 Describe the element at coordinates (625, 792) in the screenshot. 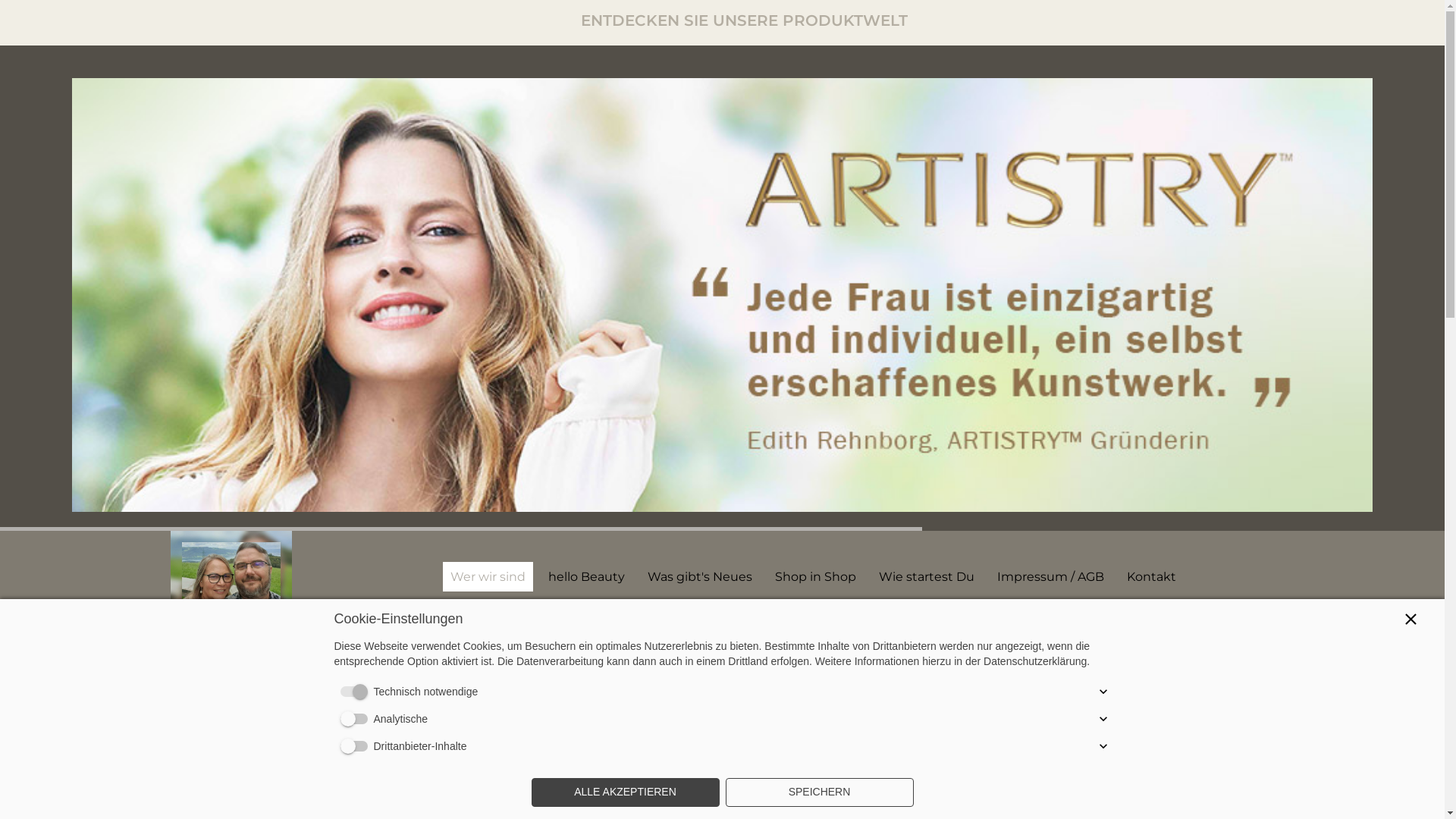

I see `'ALLE AKZEPTIEREN'` at that location.